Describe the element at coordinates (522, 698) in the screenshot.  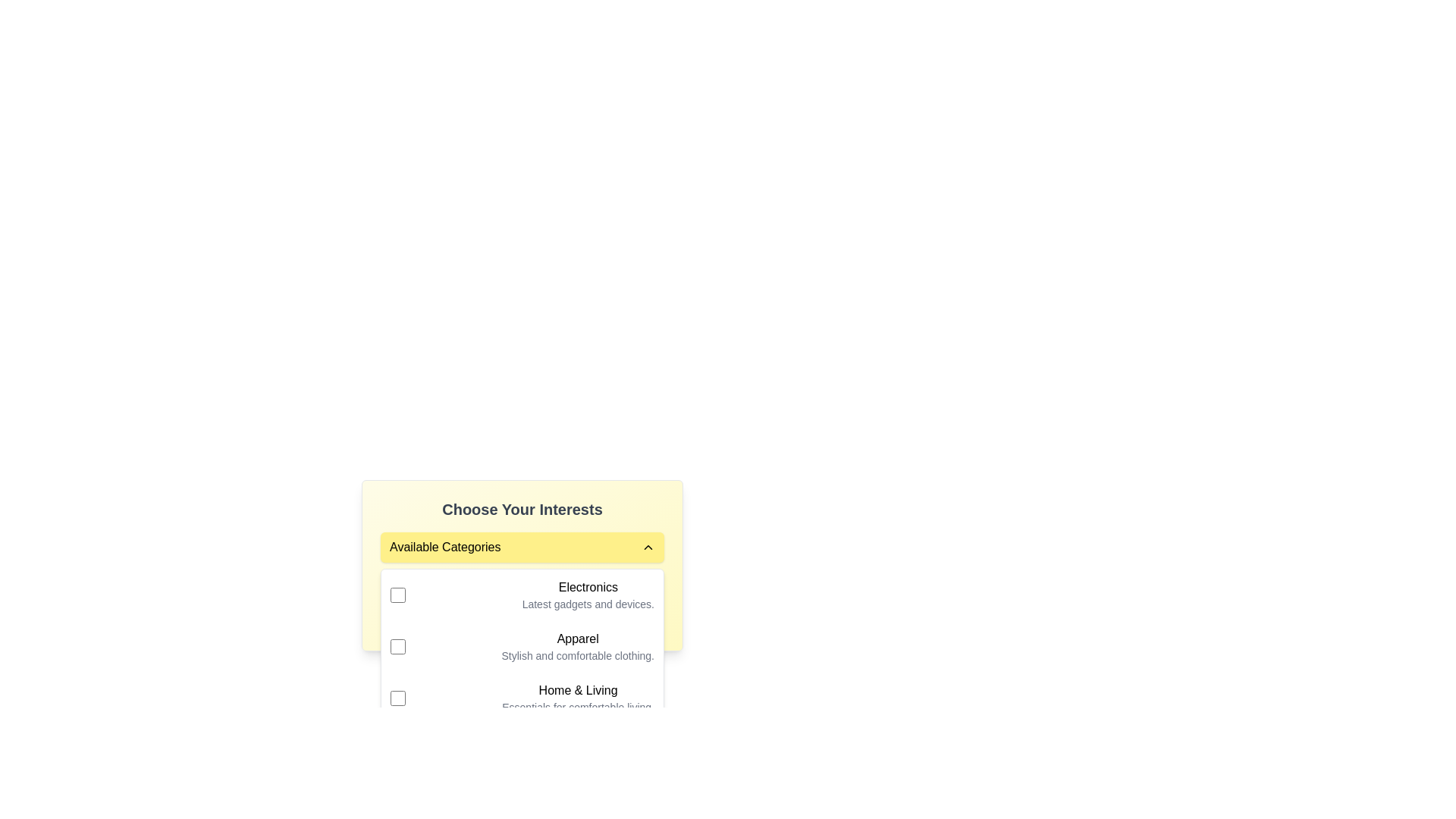
I see `the checkbox for the third option in the 'Available Categories' dropdown menu` at that location.